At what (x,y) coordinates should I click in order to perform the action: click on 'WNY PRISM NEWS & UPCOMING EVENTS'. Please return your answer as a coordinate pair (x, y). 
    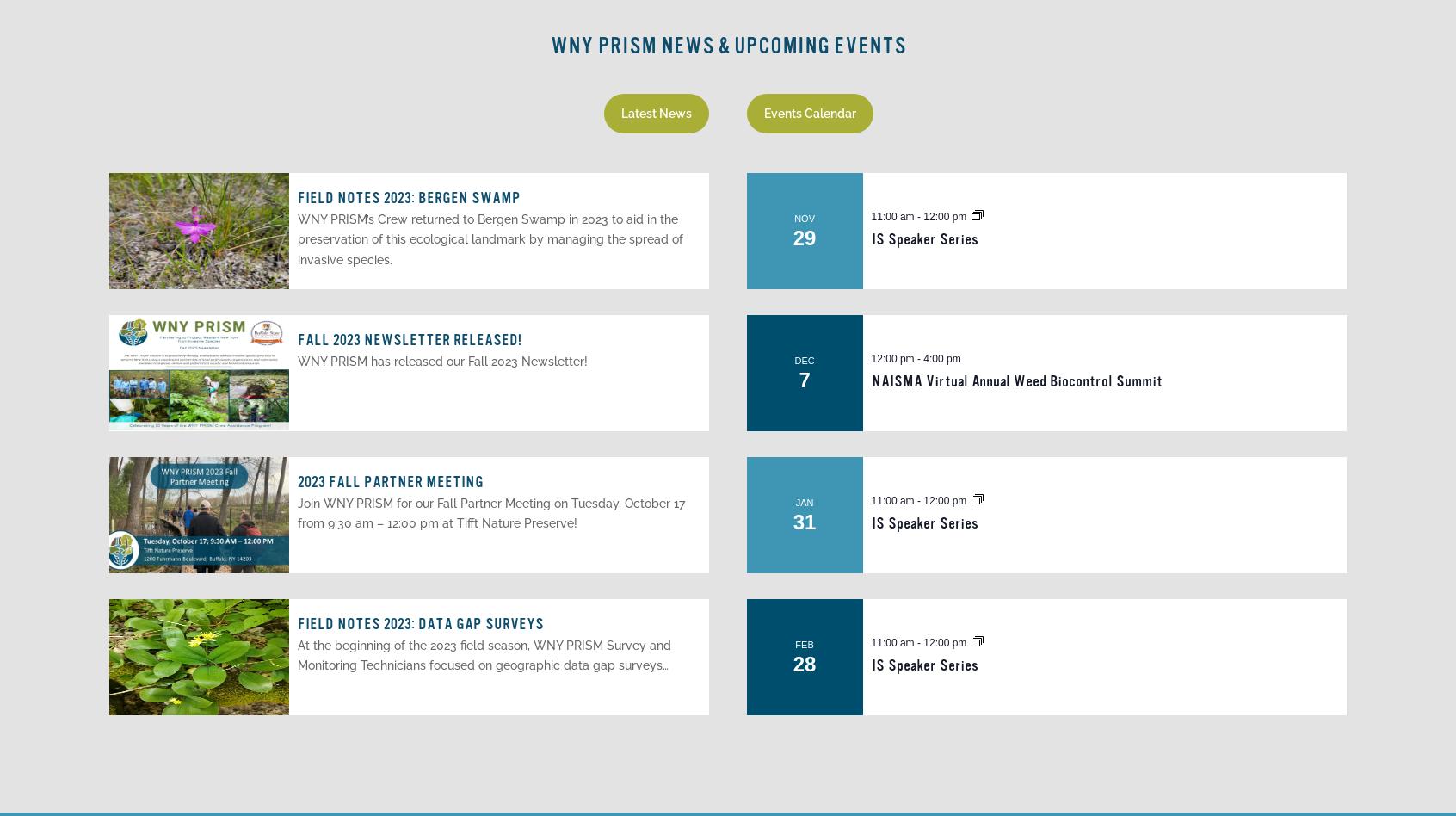
    Looking at the image, I should click on (550, 46).